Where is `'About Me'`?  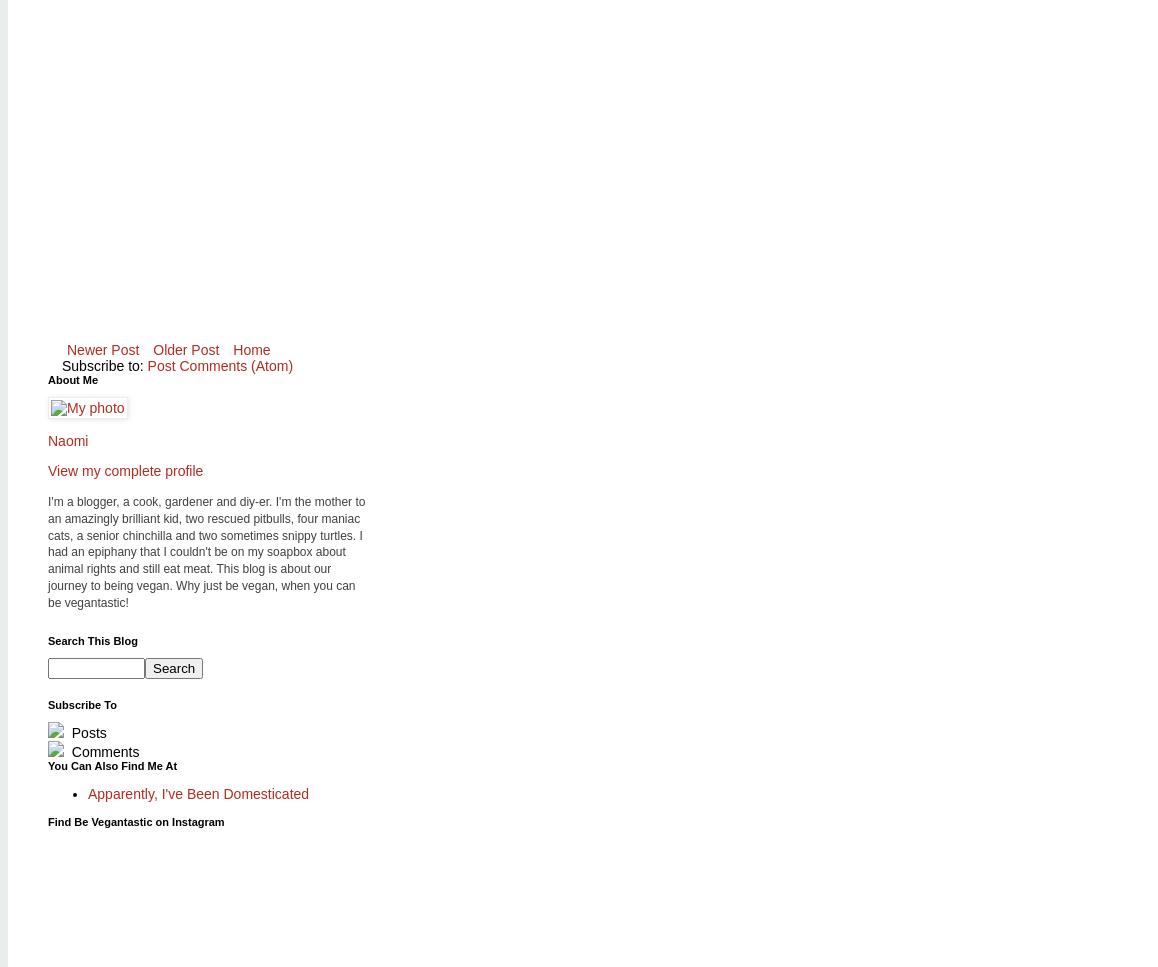 'About Me' is located at coordinates (72, 380).